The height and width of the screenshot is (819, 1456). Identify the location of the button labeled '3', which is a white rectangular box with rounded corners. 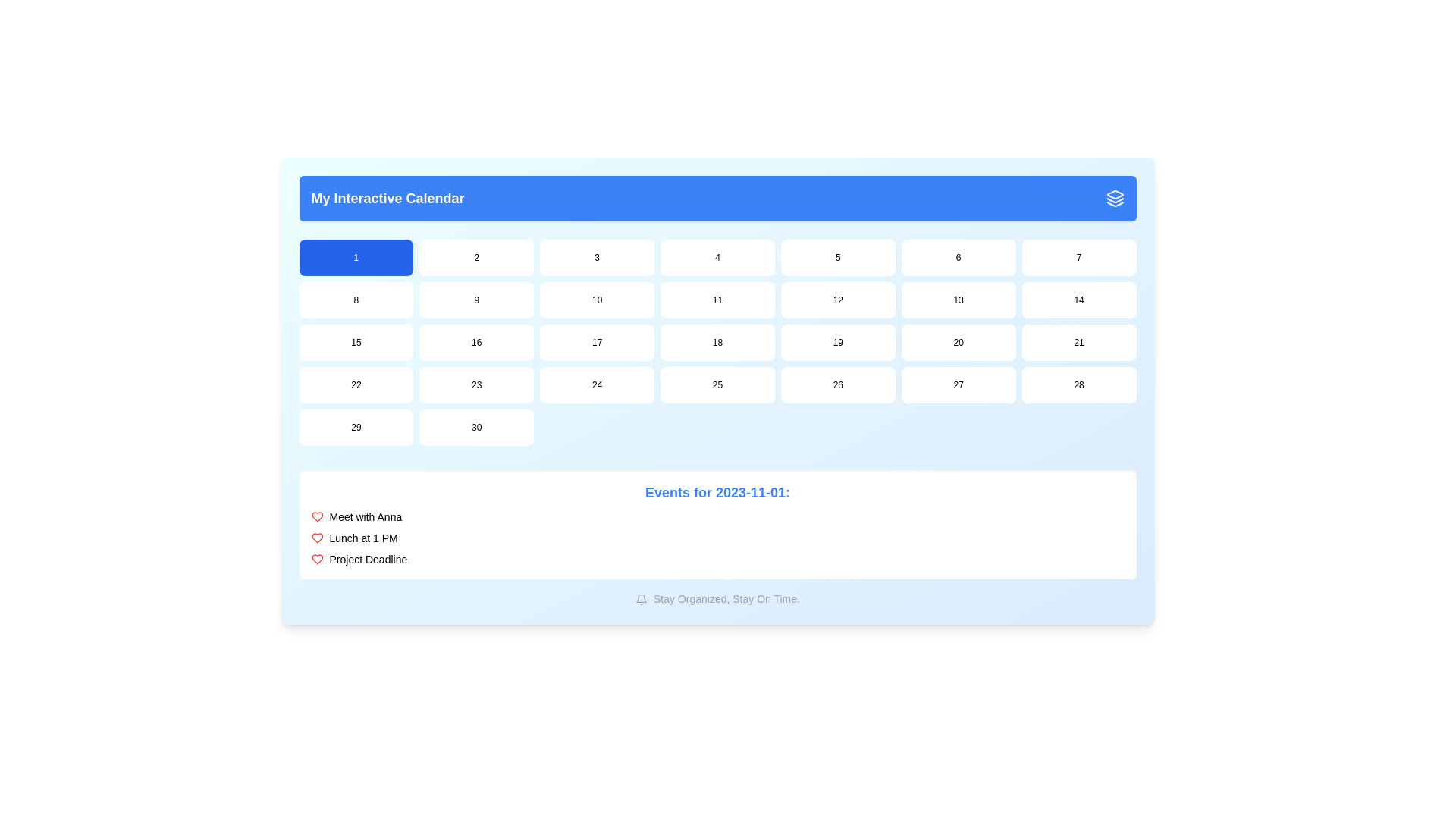
(596, 256).